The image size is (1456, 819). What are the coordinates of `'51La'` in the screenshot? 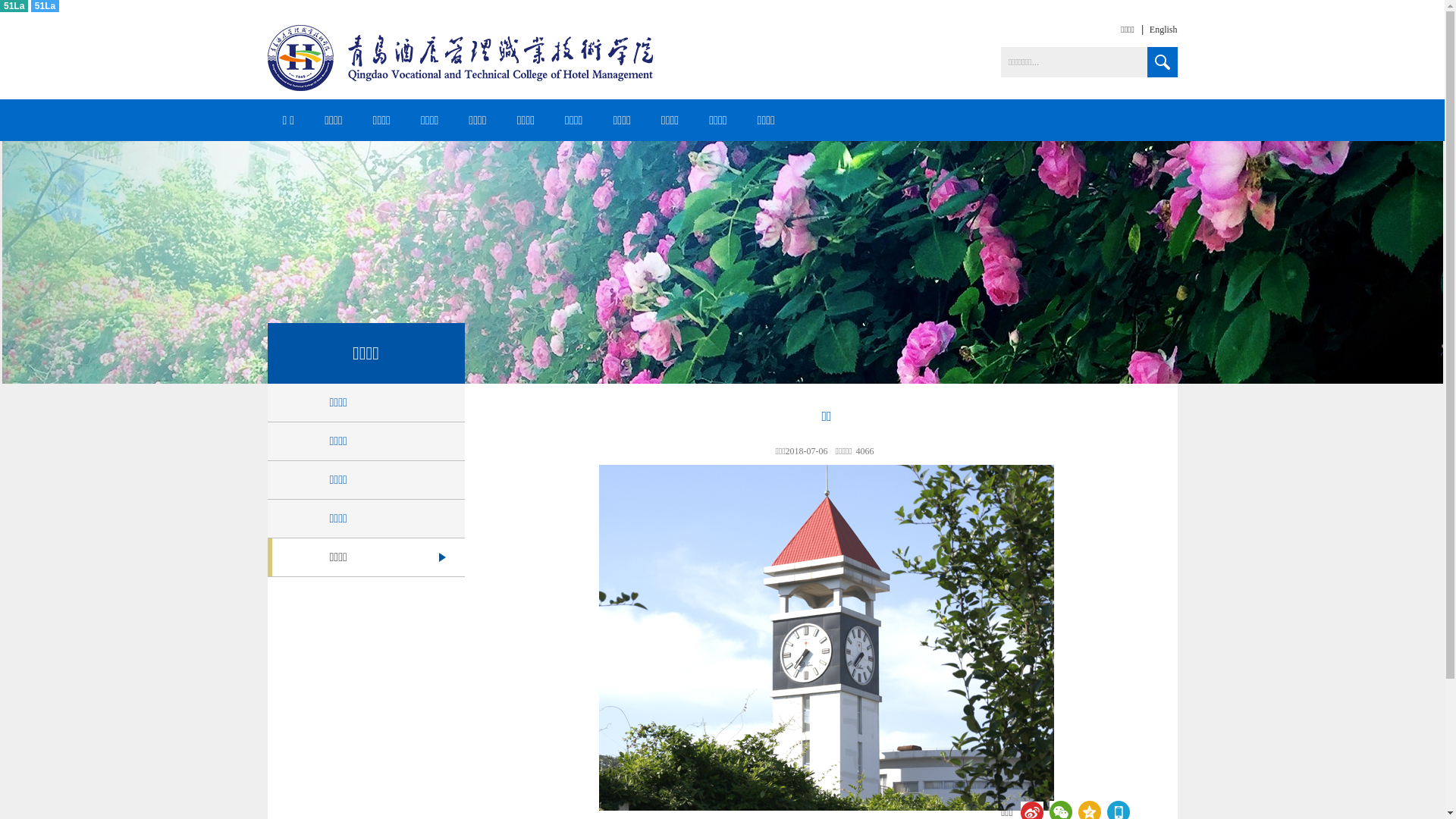 It's located at (31, 5).